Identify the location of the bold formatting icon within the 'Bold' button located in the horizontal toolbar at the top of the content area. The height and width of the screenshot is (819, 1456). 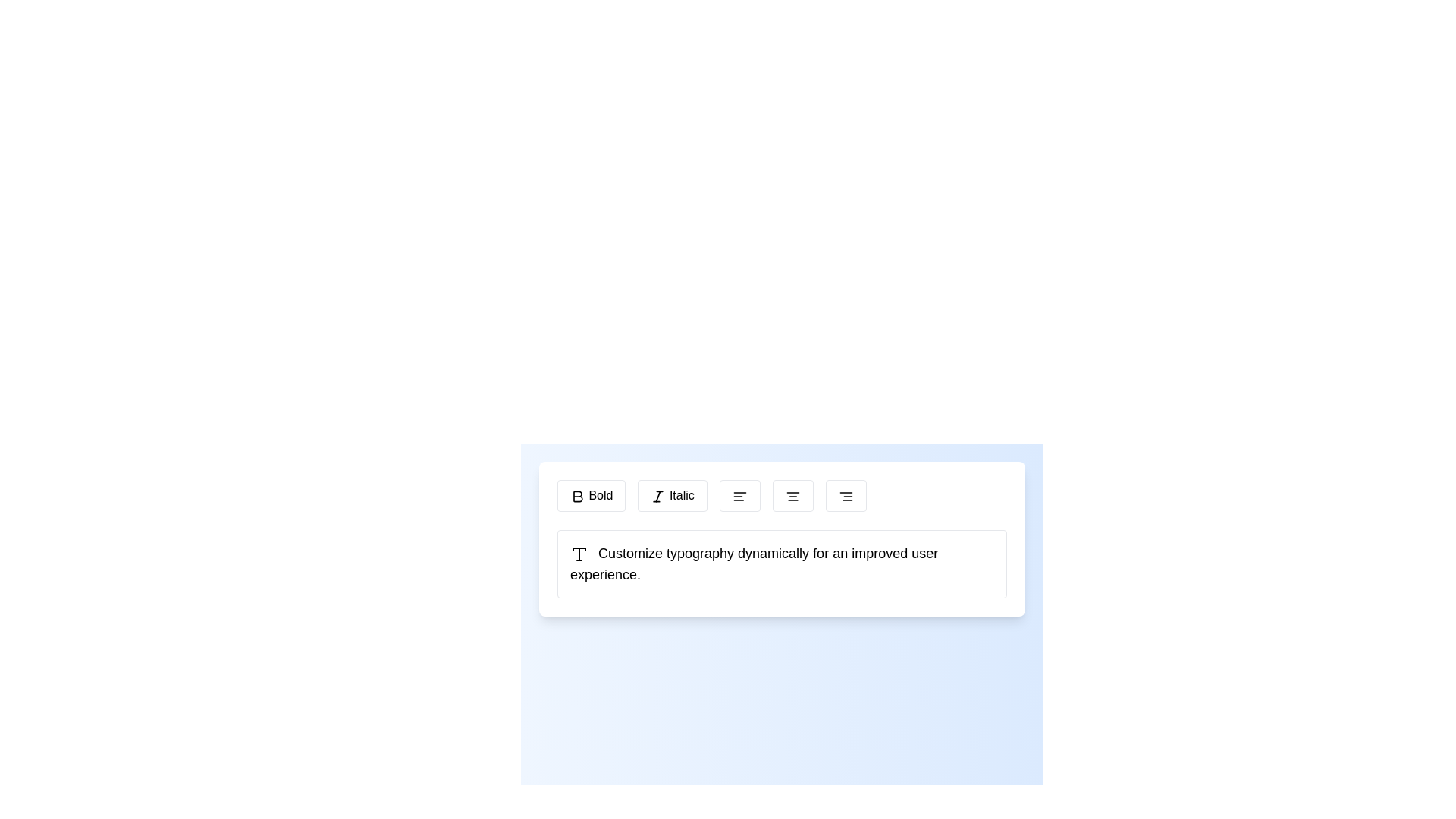
(577, 496).